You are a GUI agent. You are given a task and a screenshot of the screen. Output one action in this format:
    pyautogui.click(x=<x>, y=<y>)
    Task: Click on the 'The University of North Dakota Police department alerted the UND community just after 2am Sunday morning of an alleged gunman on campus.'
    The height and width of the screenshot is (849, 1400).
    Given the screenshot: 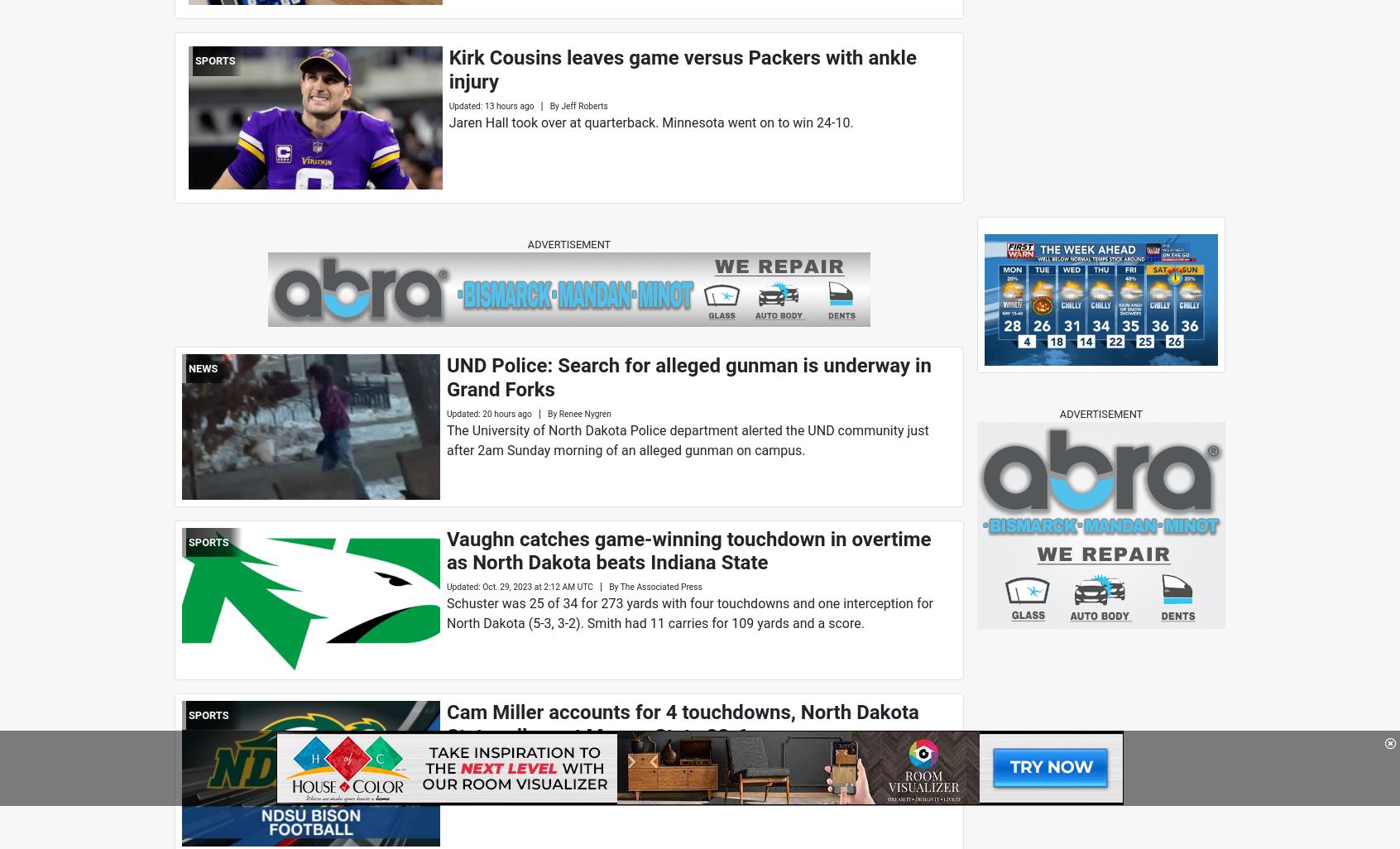 What is the action you would take?
    pyautogui.click(x=687, y=439)
    